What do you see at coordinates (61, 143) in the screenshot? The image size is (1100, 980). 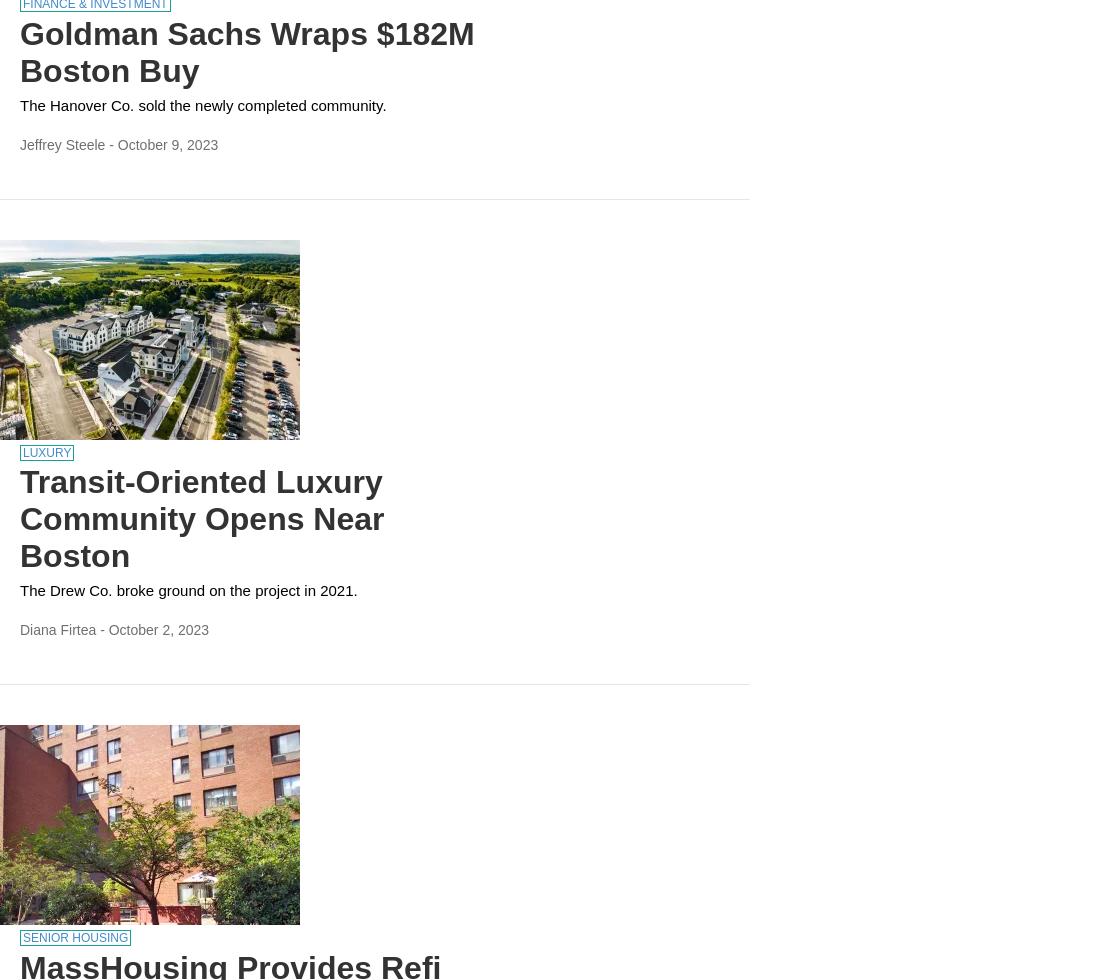 I see `'Jeffrey Steele'` at bounding box center [61, 143].